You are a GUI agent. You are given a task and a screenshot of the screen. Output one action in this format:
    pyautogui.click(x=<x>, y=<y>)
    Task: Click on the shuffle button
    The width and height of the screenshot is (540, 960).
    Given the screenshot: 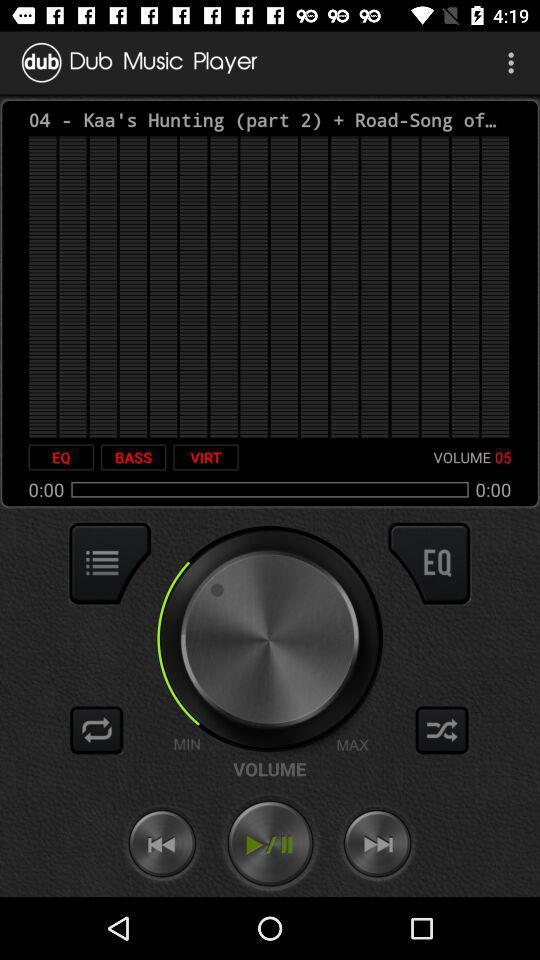 What is the action you would take?
    pyautogui.click(x=442, y=729)
    